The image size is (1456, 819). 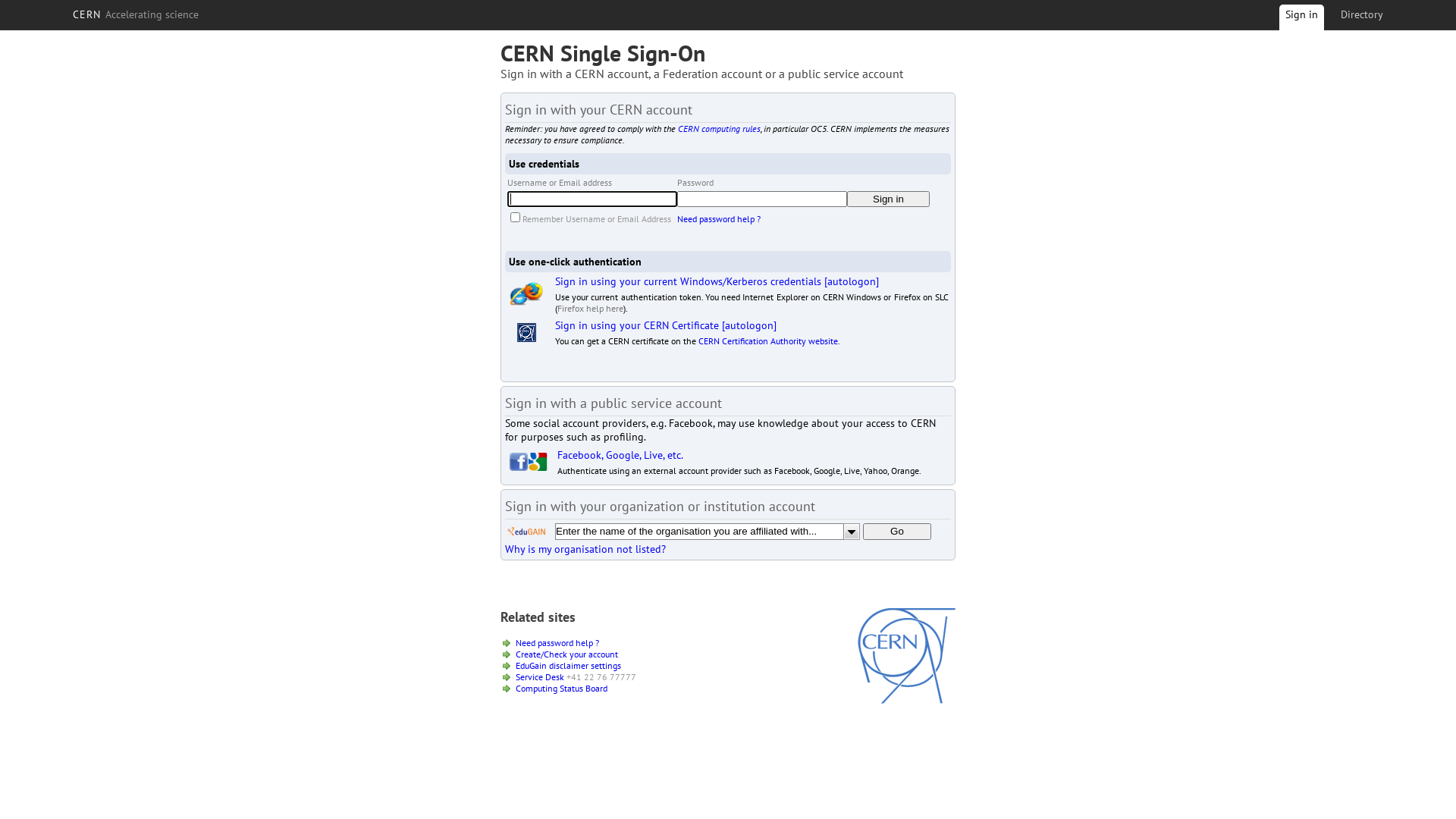 I want to click on 'Sign in using your CERN Certificate', so click(x=554, y=324).